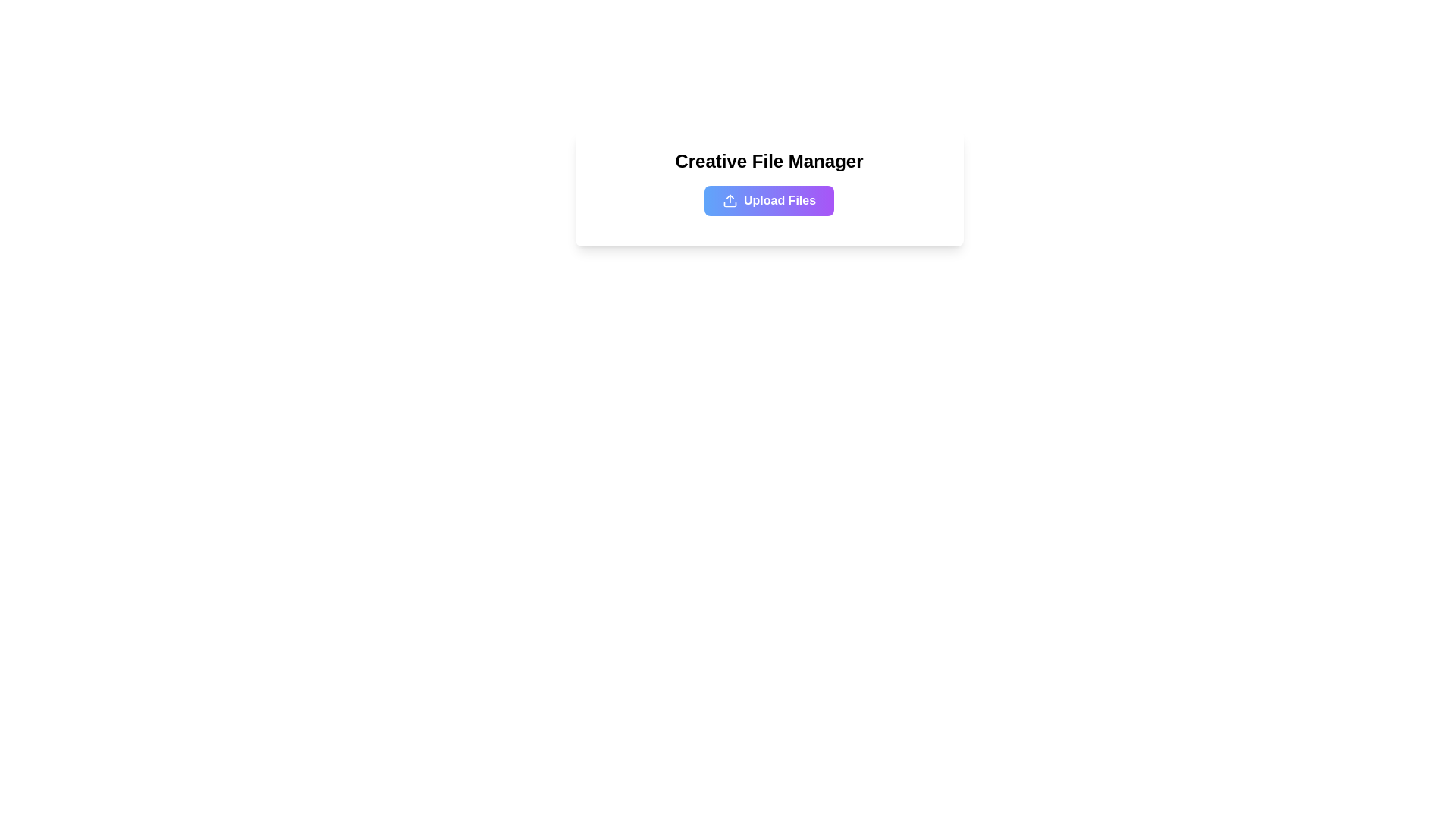 The image size is (1456, 819). What do you see at coordinates (730, 200) in the screenshot?
I see `the upload icon located to the left of the 'Upload Files' button to initiate the upload action` at bounding box center [730, 200].